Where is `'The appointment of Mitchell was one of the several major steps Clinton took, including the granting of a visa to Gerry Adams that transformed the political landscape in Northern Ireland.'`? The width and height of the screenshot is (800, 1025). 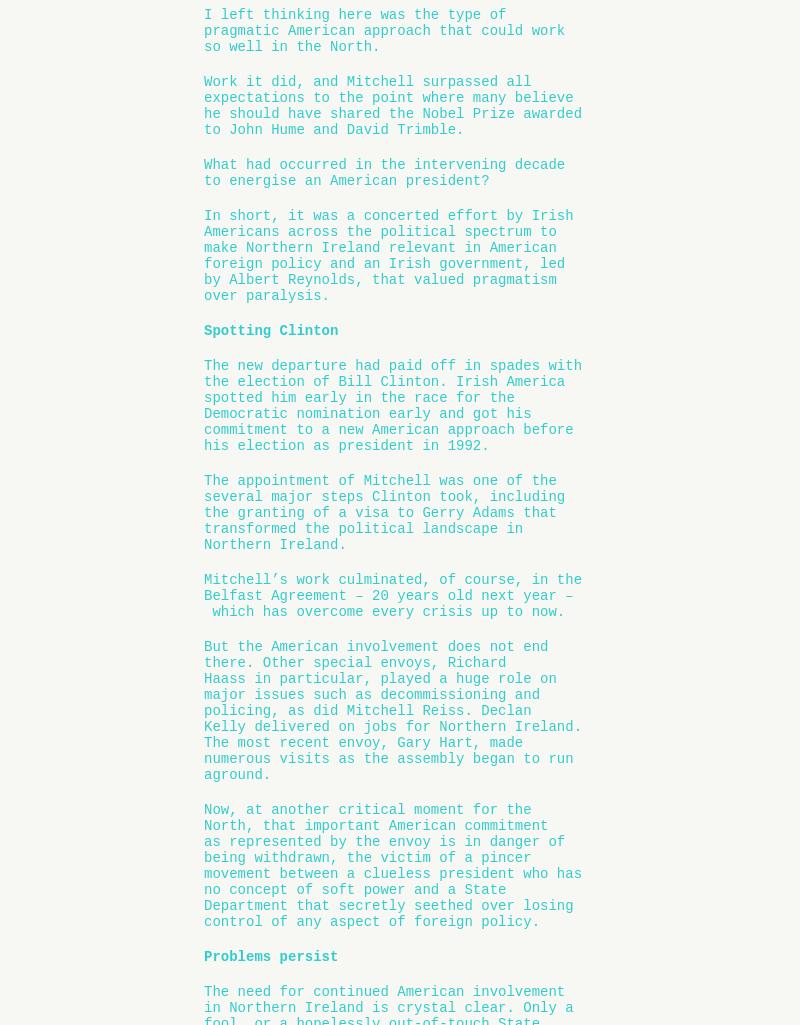
'The appointment of Mitchell was one of the several major steps Clinton took, including the granting of a visa to Gerry Adams that transformed the political landscape in Northern Ireland.' is located at coordinates (204, 511).